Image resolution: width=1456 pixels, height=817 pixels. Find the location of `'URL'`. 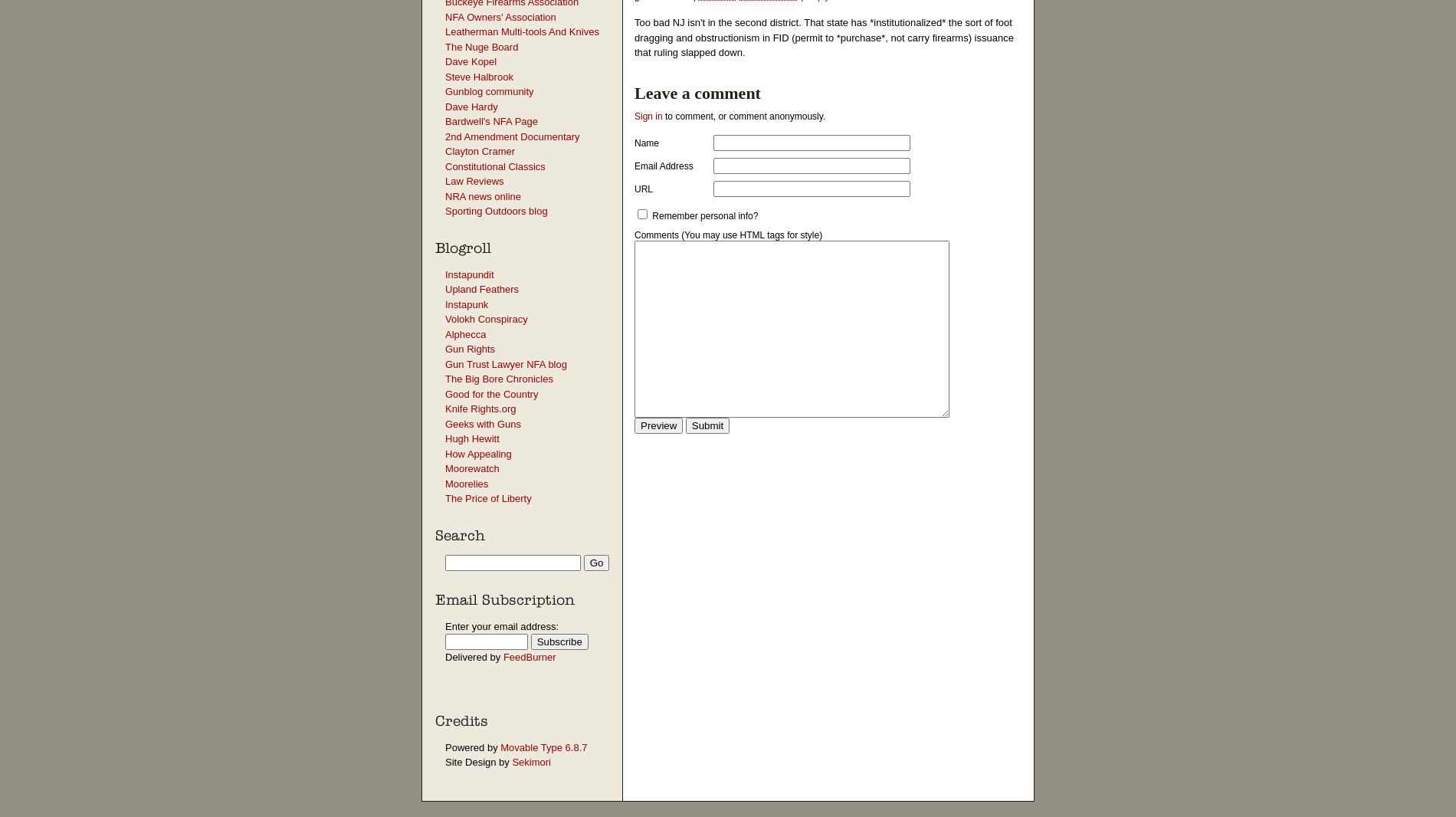

'URL' is located at coordinates (634, 188).